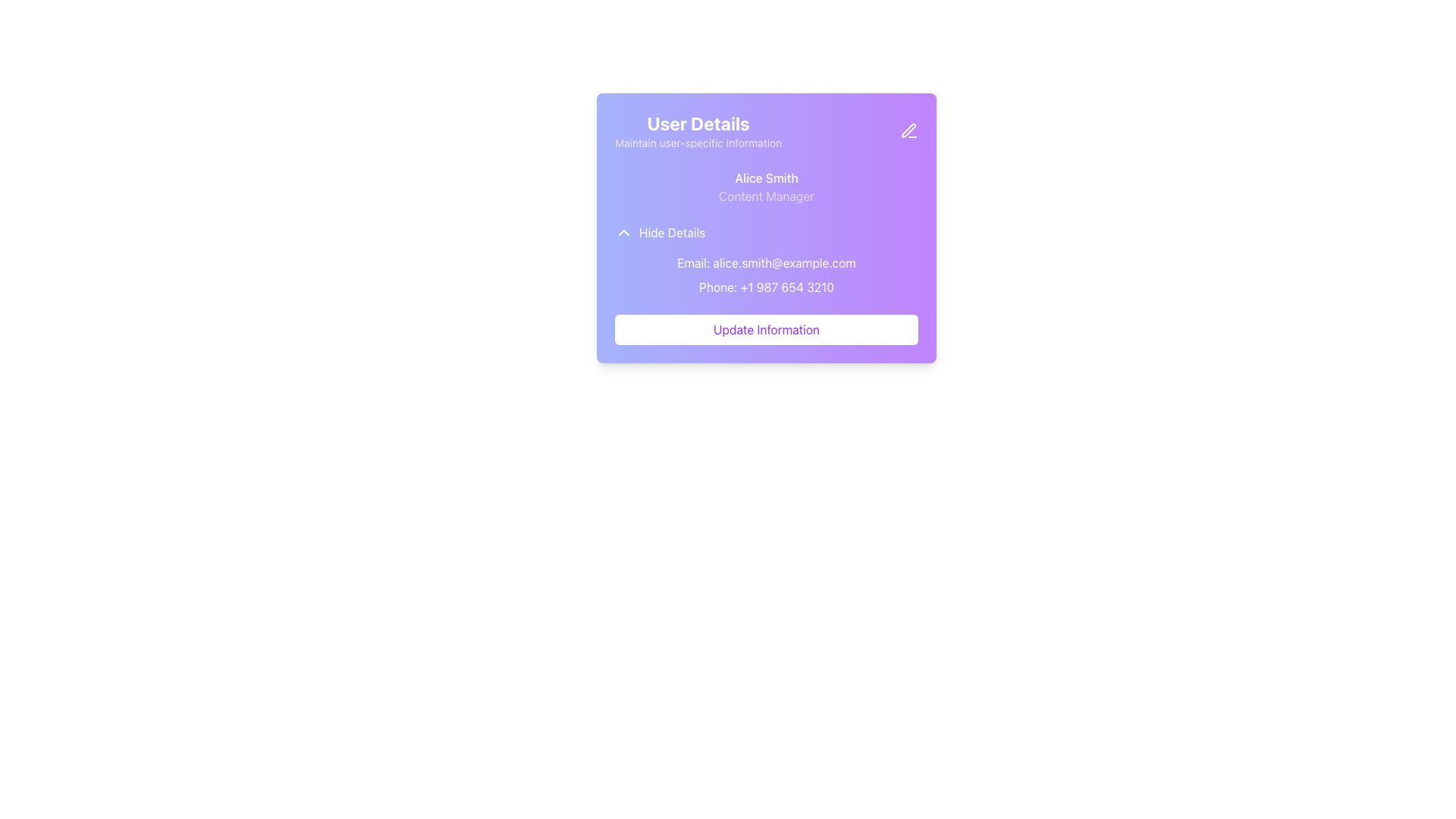 Image resolution: width=1456 pixels, height=819 pixels. What do you see at coordinates (698, 122) in the screenshot?
I see `the bold 'User Details' header text, which is large, white, and set against a purple gradient background, located at the top-left section of its card interface` at bounding box center [698, 122].